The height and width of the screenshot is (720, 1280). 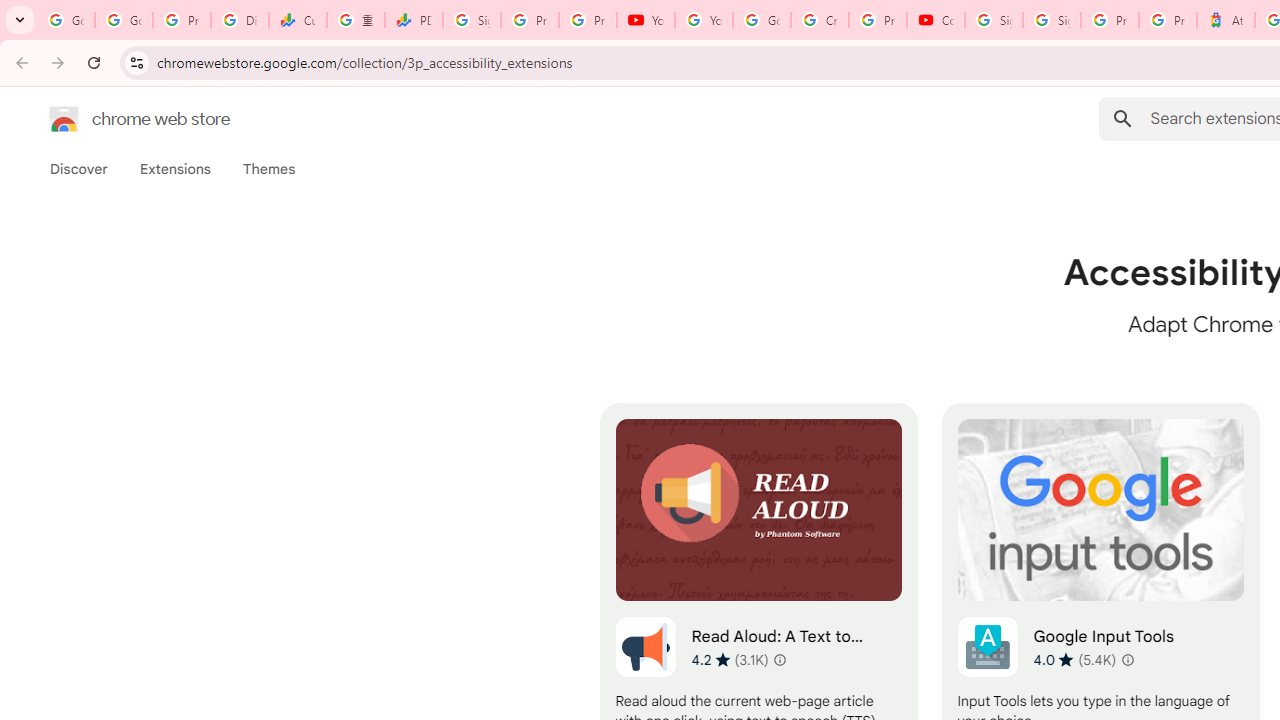 What do you see at coordinates (935, 20) in the screenshot?
I see `'Content Creator Programs & Opportunities - YouTube Creators'` at bounding box center [935, 20].